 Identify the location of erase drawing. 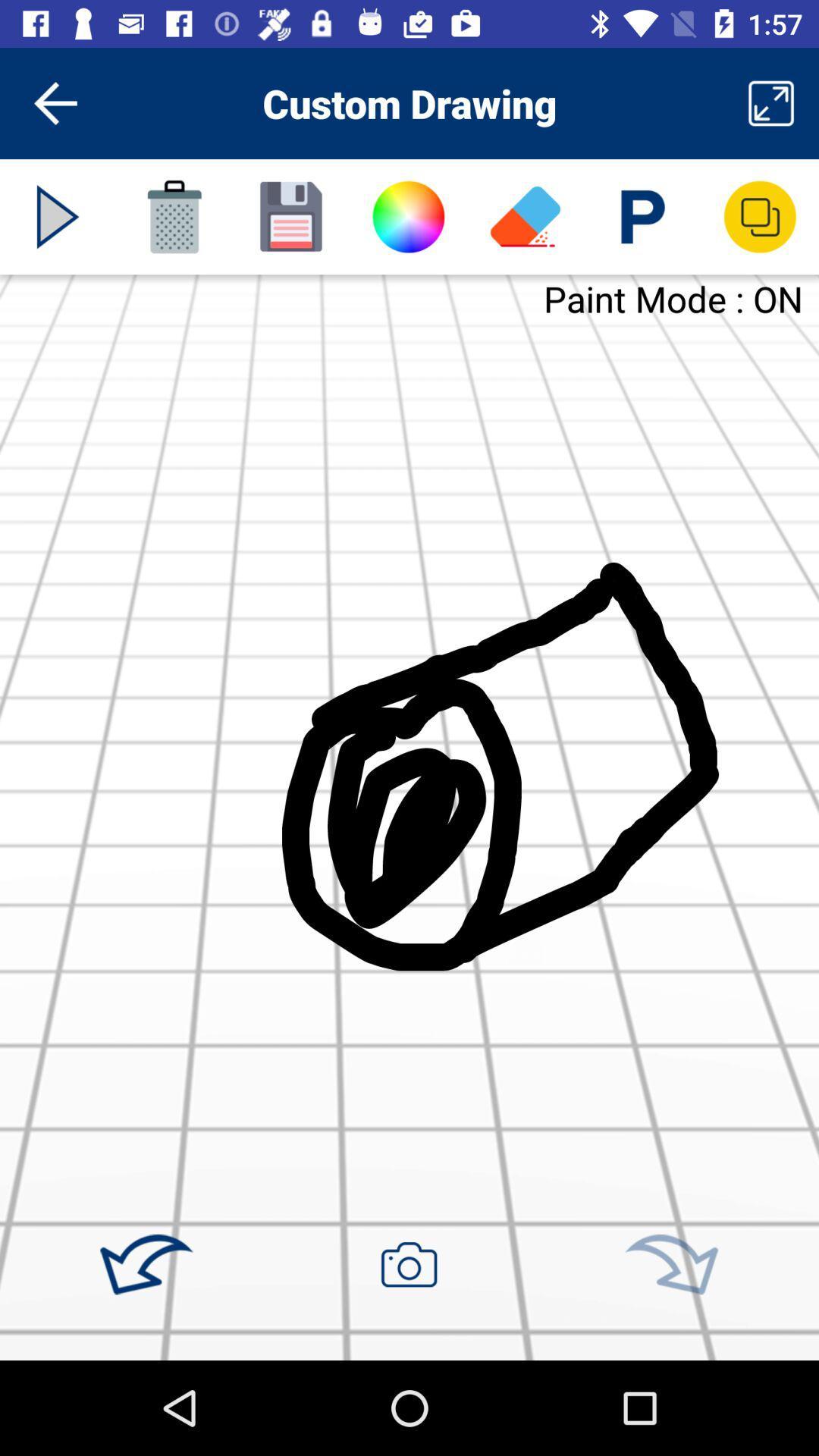
(525, 216).